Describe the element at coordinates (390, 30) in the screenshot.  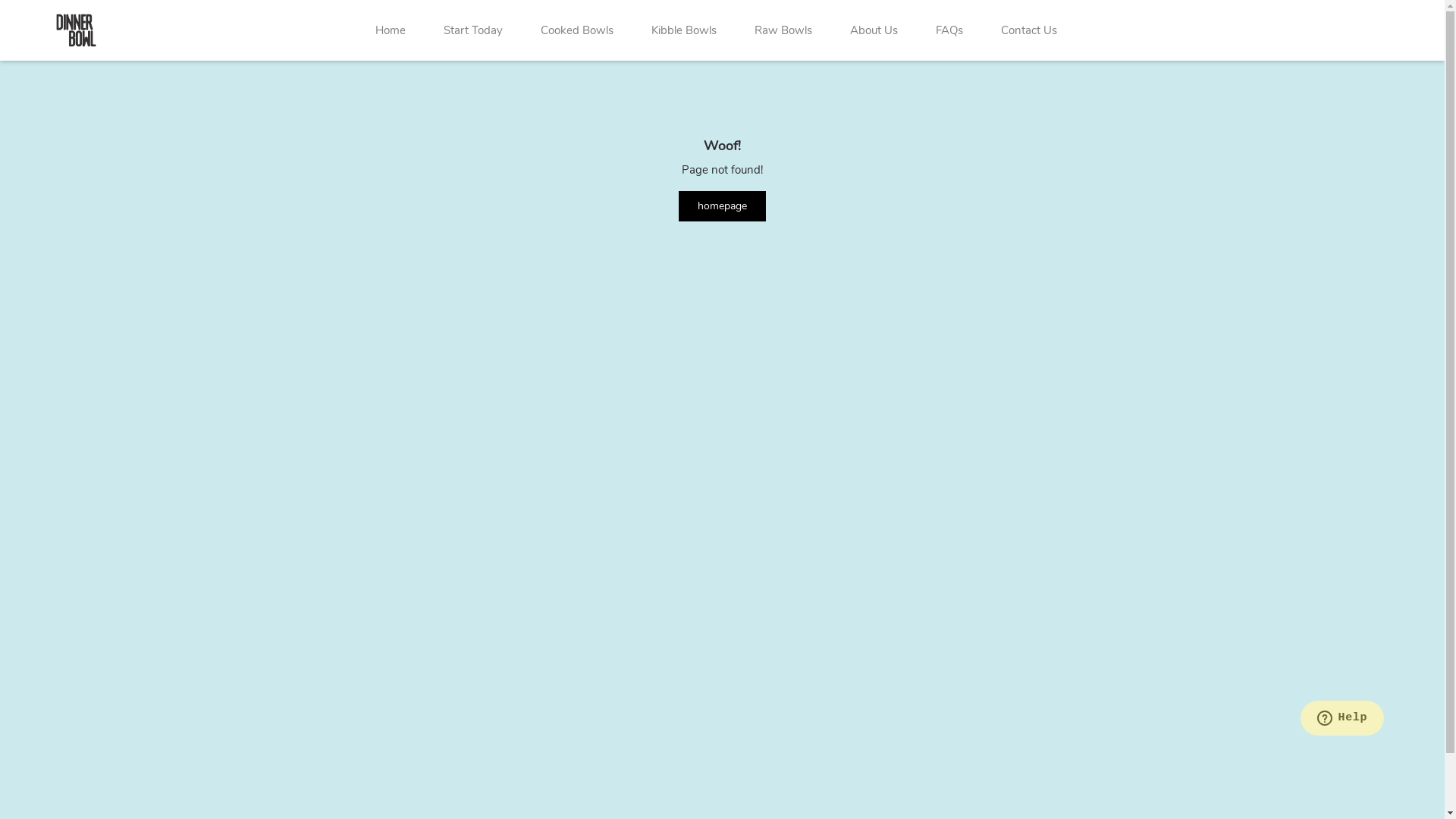
I see `'Home'` at that location.